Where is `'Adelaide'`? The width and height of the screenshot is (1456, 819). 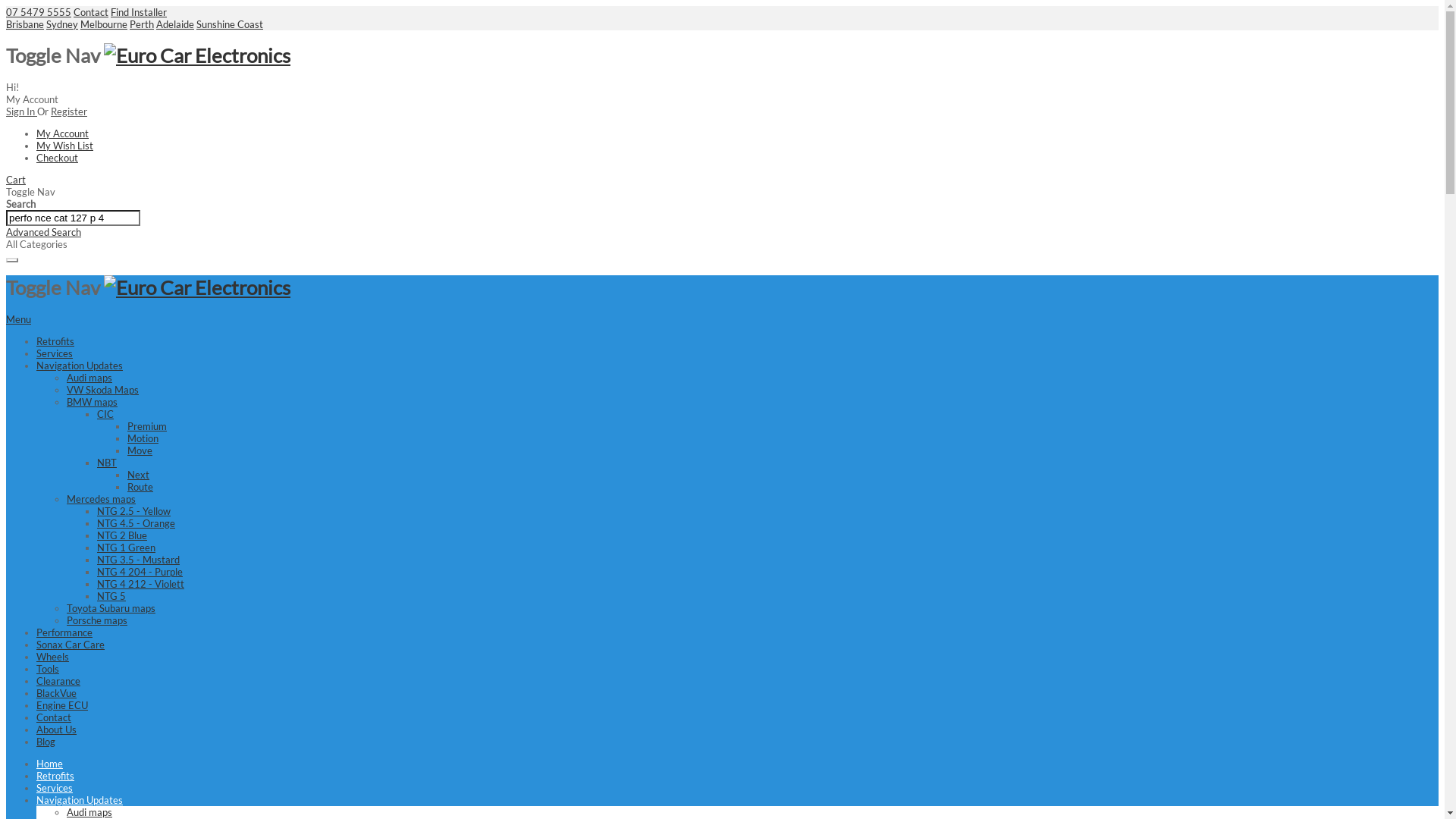
'Adelaide' is located at coordinates (174, 24).